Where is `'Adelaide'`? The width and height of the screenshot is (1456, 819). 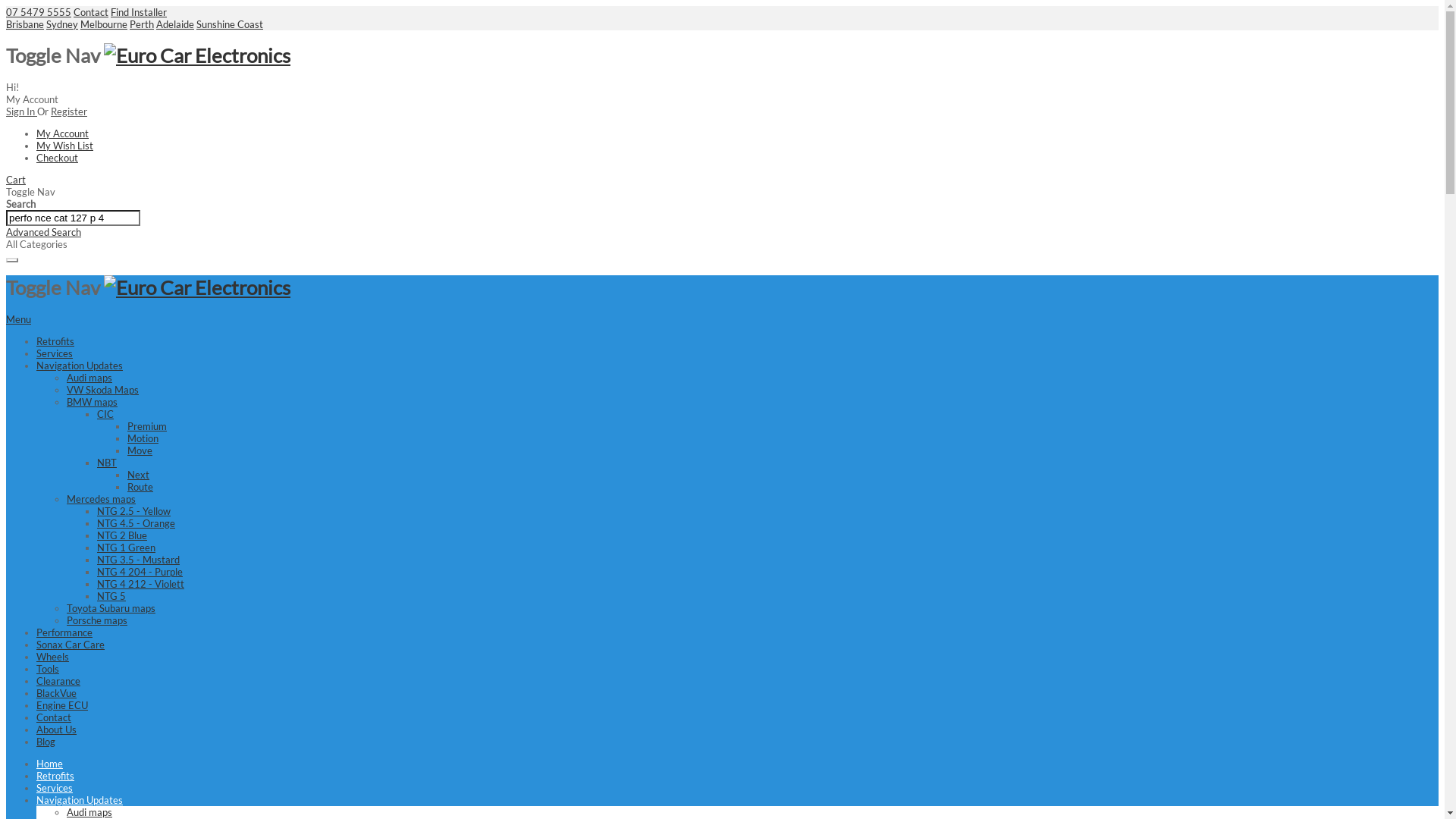
'Adelaide' is located at coordinates (174, 24).